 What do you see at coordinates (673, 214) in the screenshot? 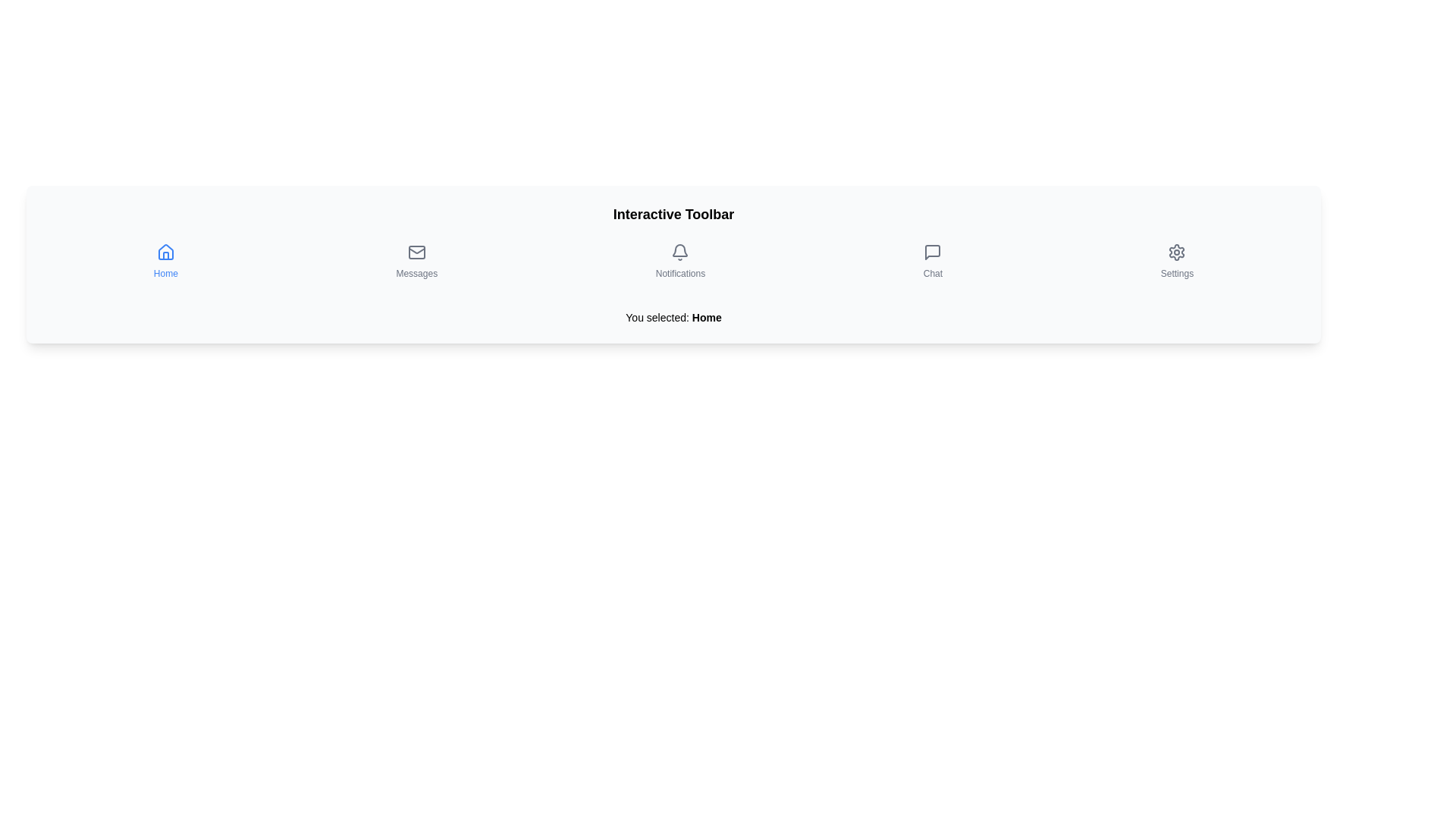
I see `the 'Interactive Toolbar' text element, which is a bold and large font title label located at the top center of the interface, above the navigation elements` at bounding box center [673, 214].